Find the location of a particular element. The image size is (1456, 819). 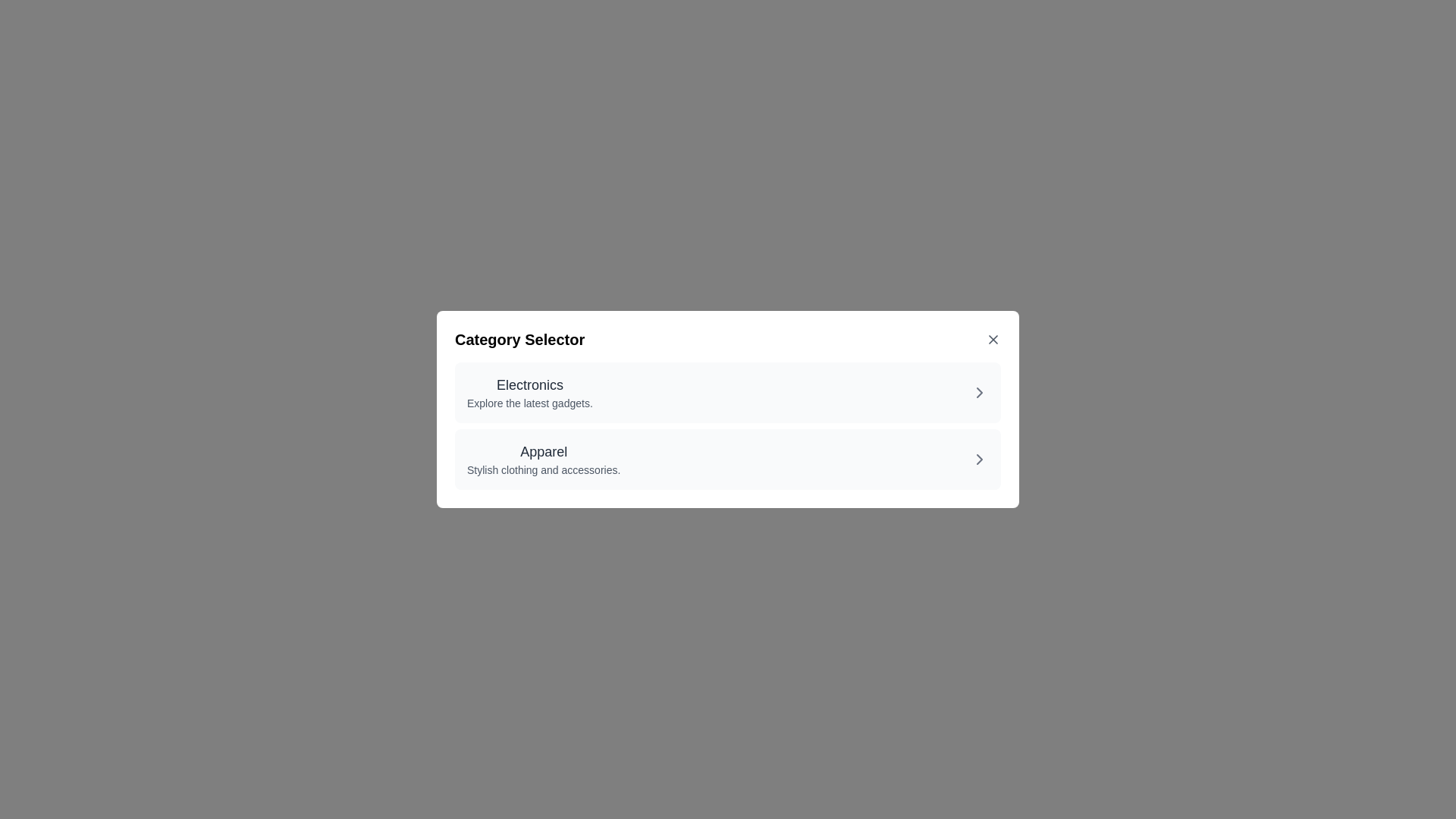

the selectable category option for 'Apparel' in the category listing is located at coordinates (544, 458).